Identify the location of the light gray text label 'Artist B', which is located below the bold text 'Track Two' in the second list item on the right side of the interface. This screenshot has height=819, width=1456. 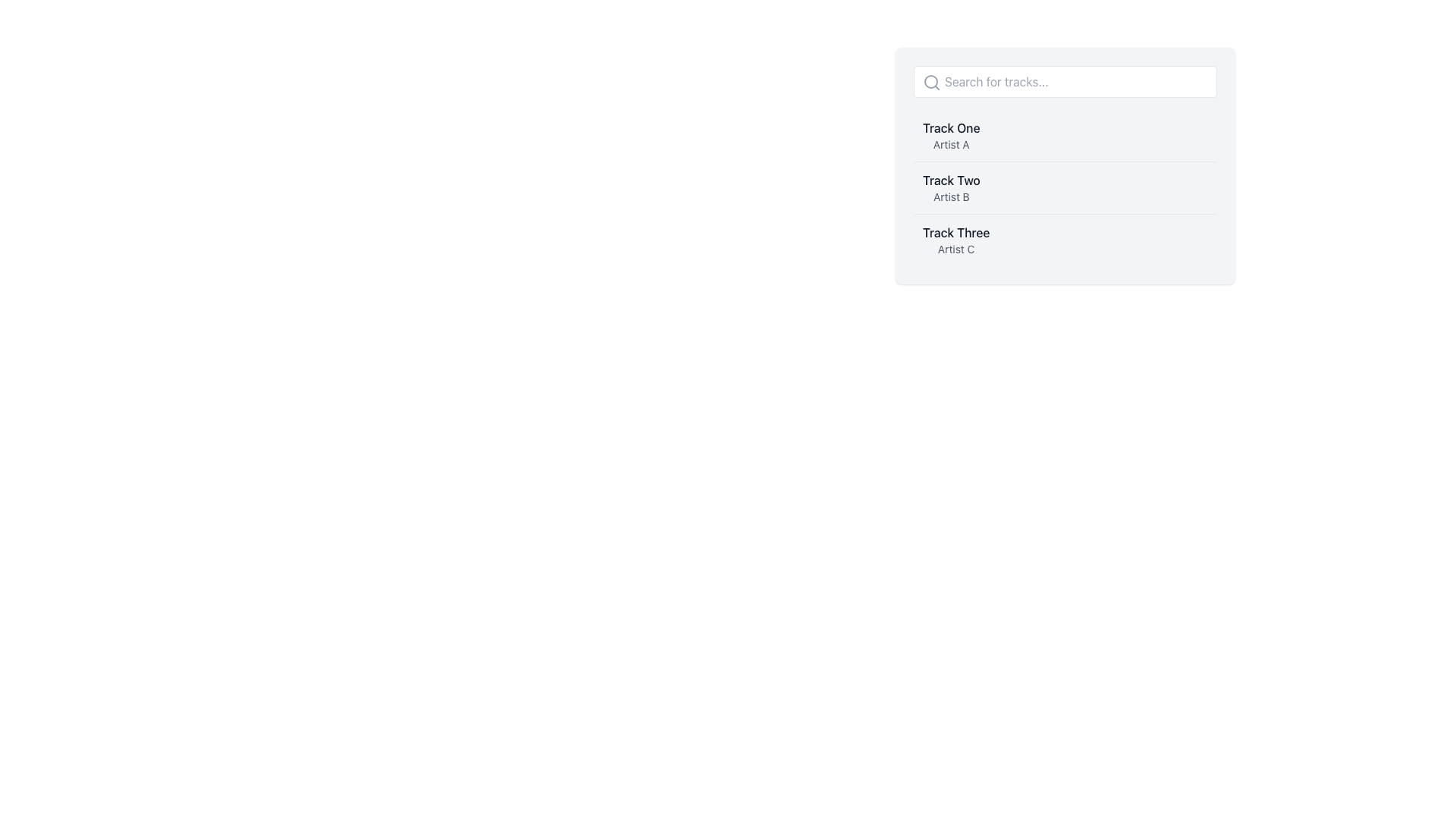
(950, 196).